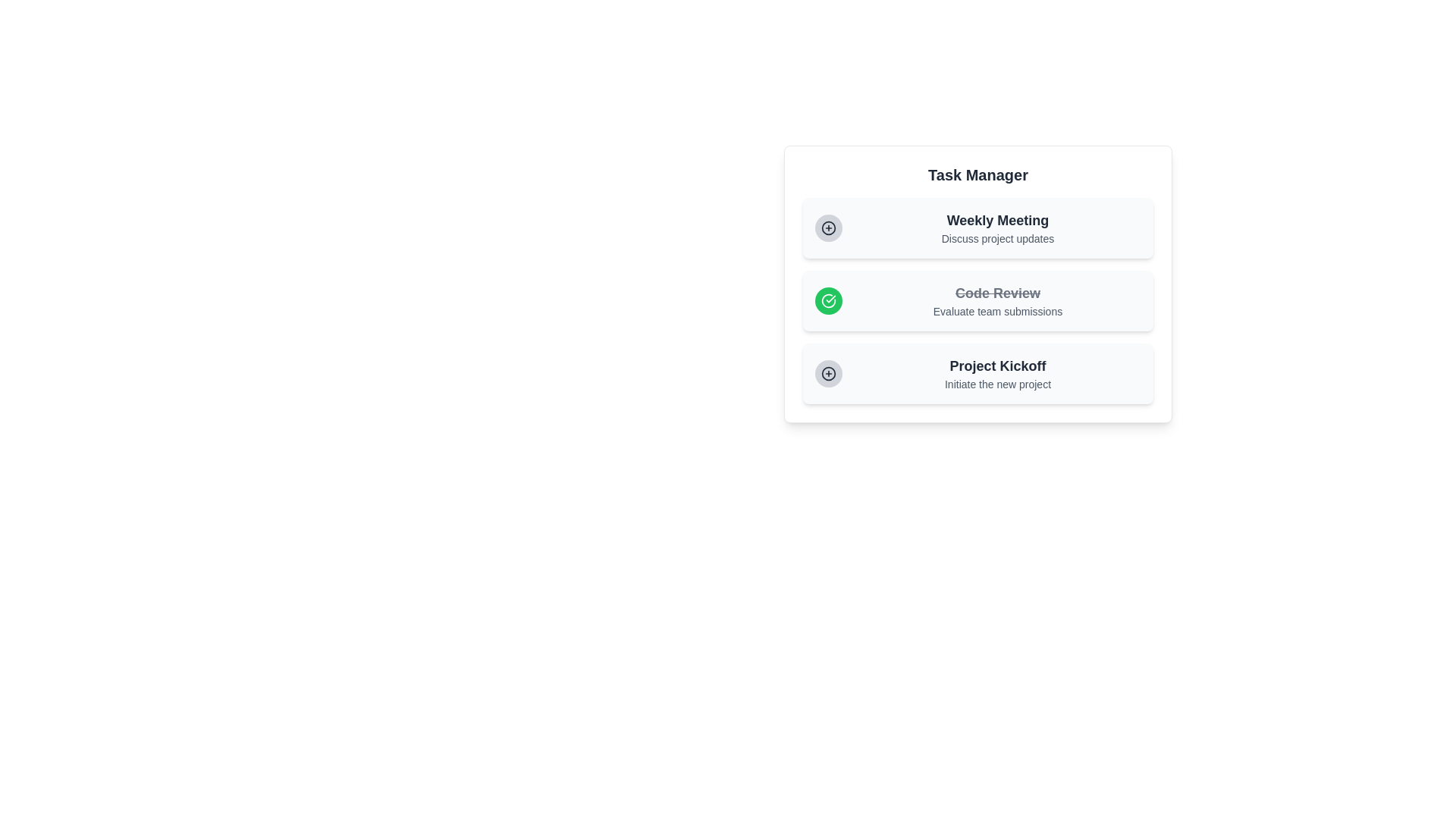 This screenshot has height=819, width=1456. Describe the element at coordinates (978, 227) in the screenshot. I see `the first card in the vertical list of task items, which features a circular icon with a plus symbol and the title 'Weekly Meeting'` at that location.